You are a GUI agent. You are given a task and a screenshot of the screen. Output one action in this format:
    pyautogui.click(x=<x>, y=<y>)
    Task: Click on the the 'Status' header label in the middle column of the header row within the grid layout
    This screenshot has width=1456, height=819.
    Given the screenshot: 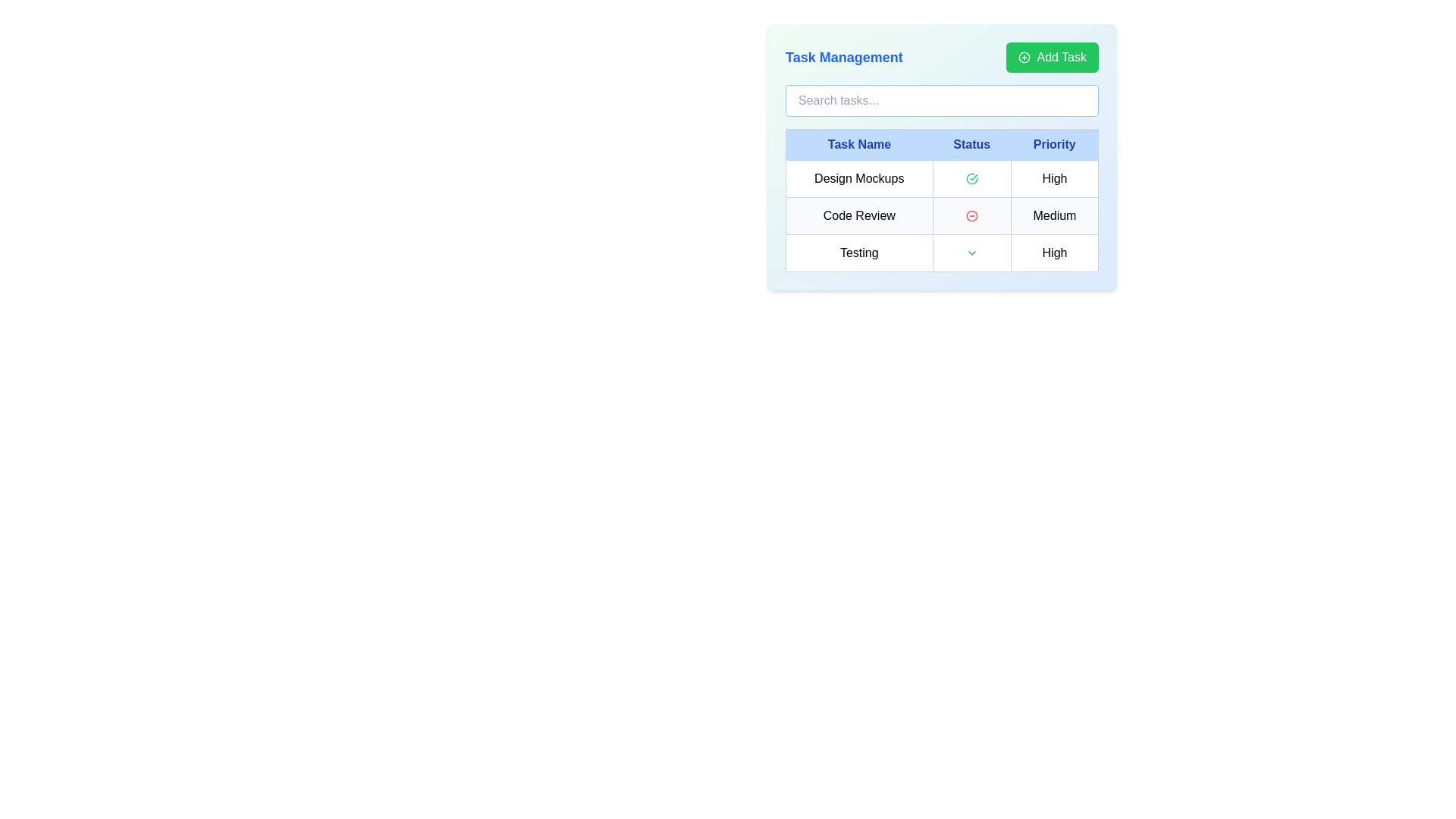 What is the action you would take?
    pyautogui.click(x=971, y=145)
    